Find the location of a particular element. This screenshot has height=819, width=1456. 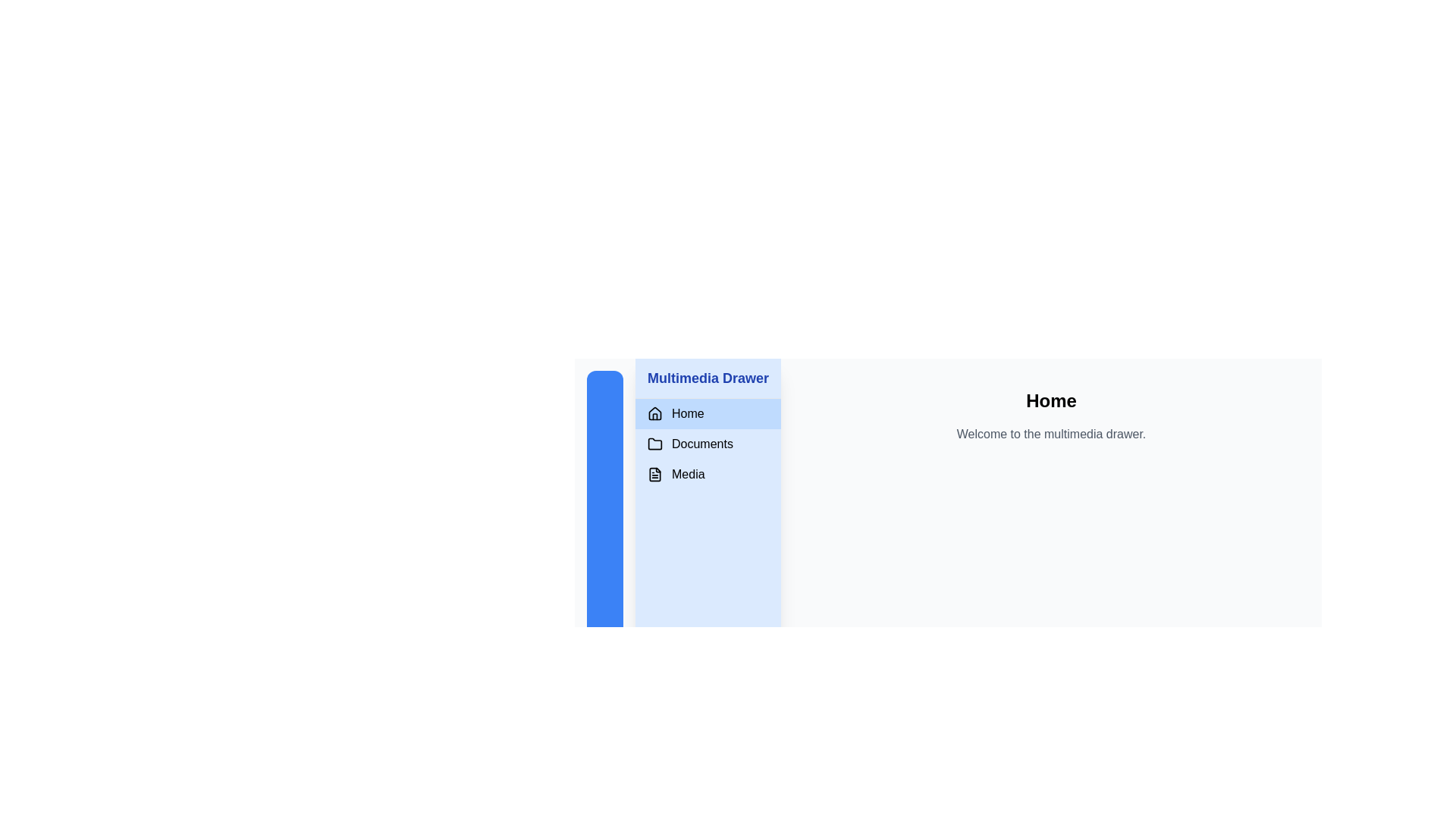

the 'Documents' icon in the multimedia navigation drawer, which is the second icon in the navigation list is located at coordinates (655, 444).